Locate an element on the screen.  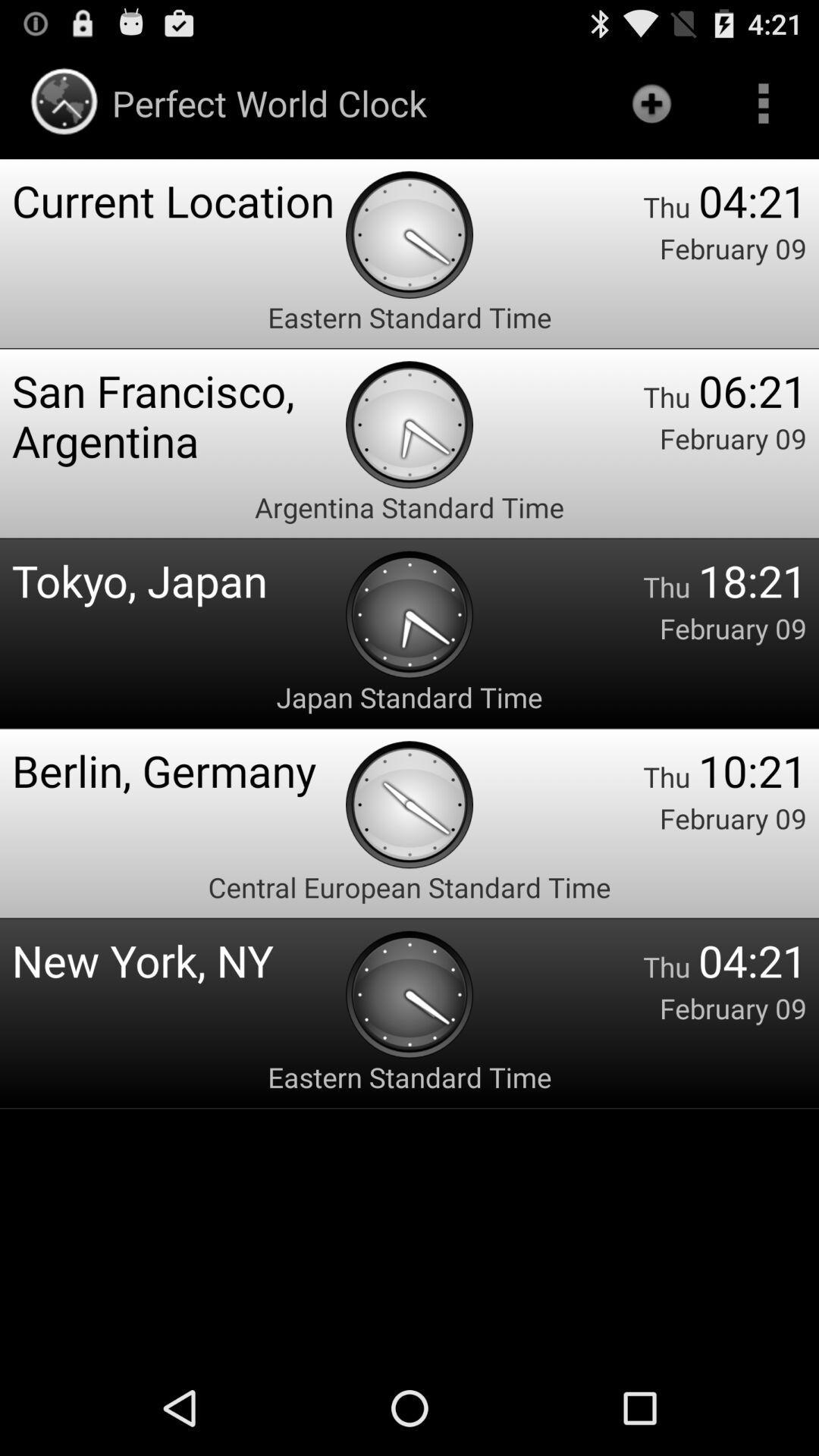
new york, ny item is located at coordinates (177, 959).